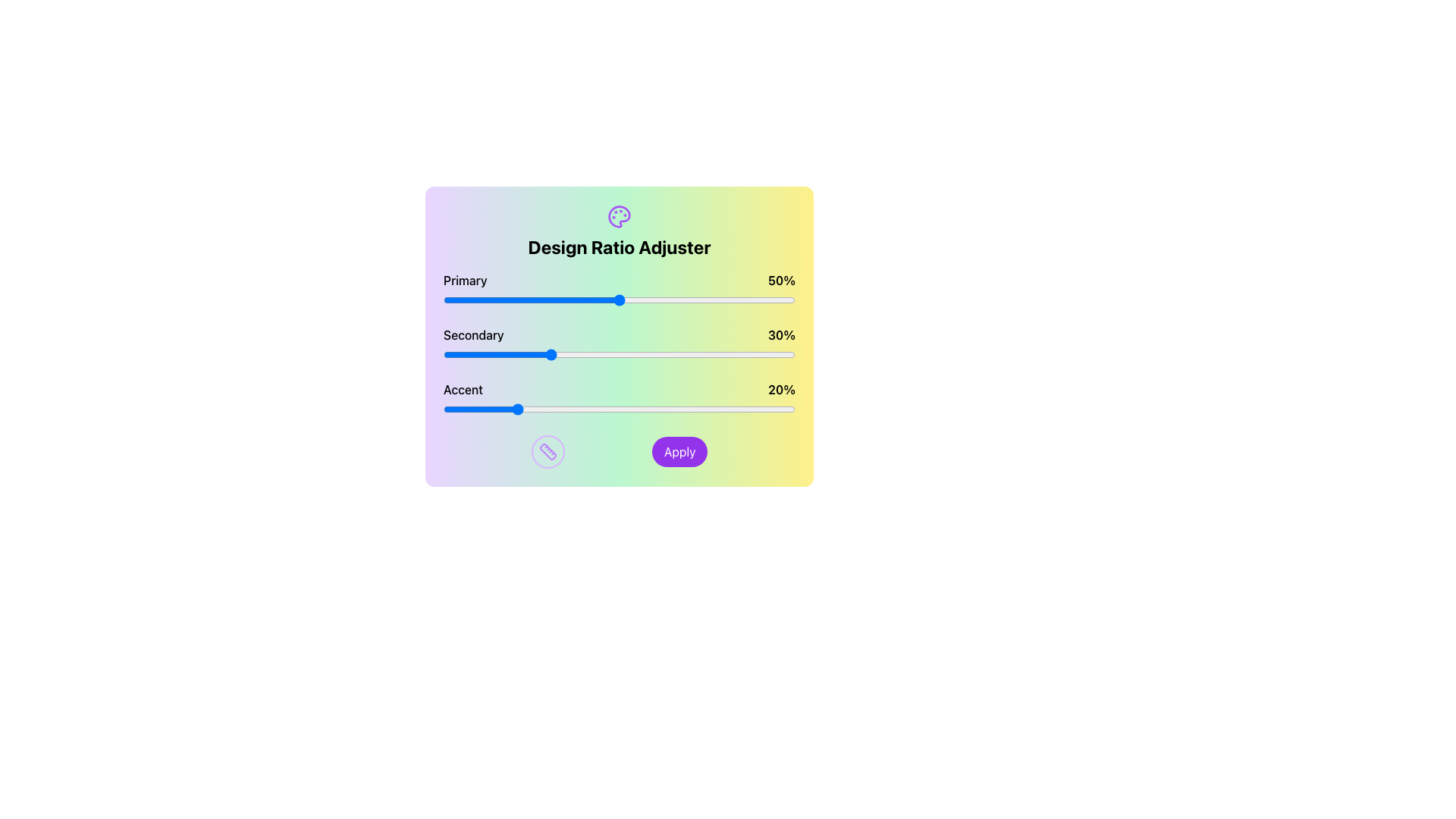  I want to click on the ruler icon located within a circular area near the bottom left of the panel, adjacent to the purple 'Apply' button, so click(547, 451).